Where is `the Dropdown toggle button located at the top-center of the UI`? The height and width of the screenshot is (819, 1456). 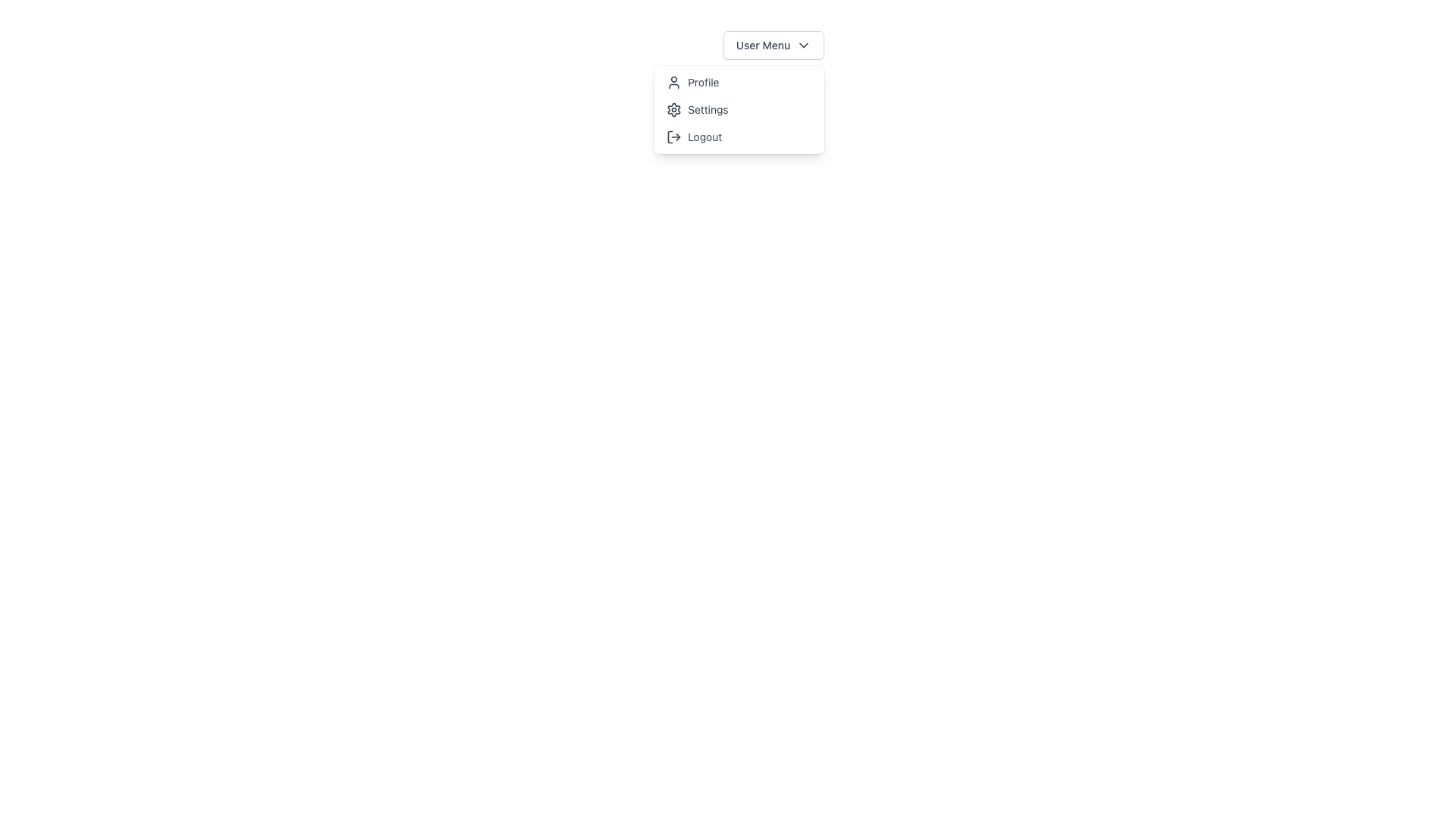
the Dropdown toggle button located at the top-center of the UI is located at coordinates (773, 45).